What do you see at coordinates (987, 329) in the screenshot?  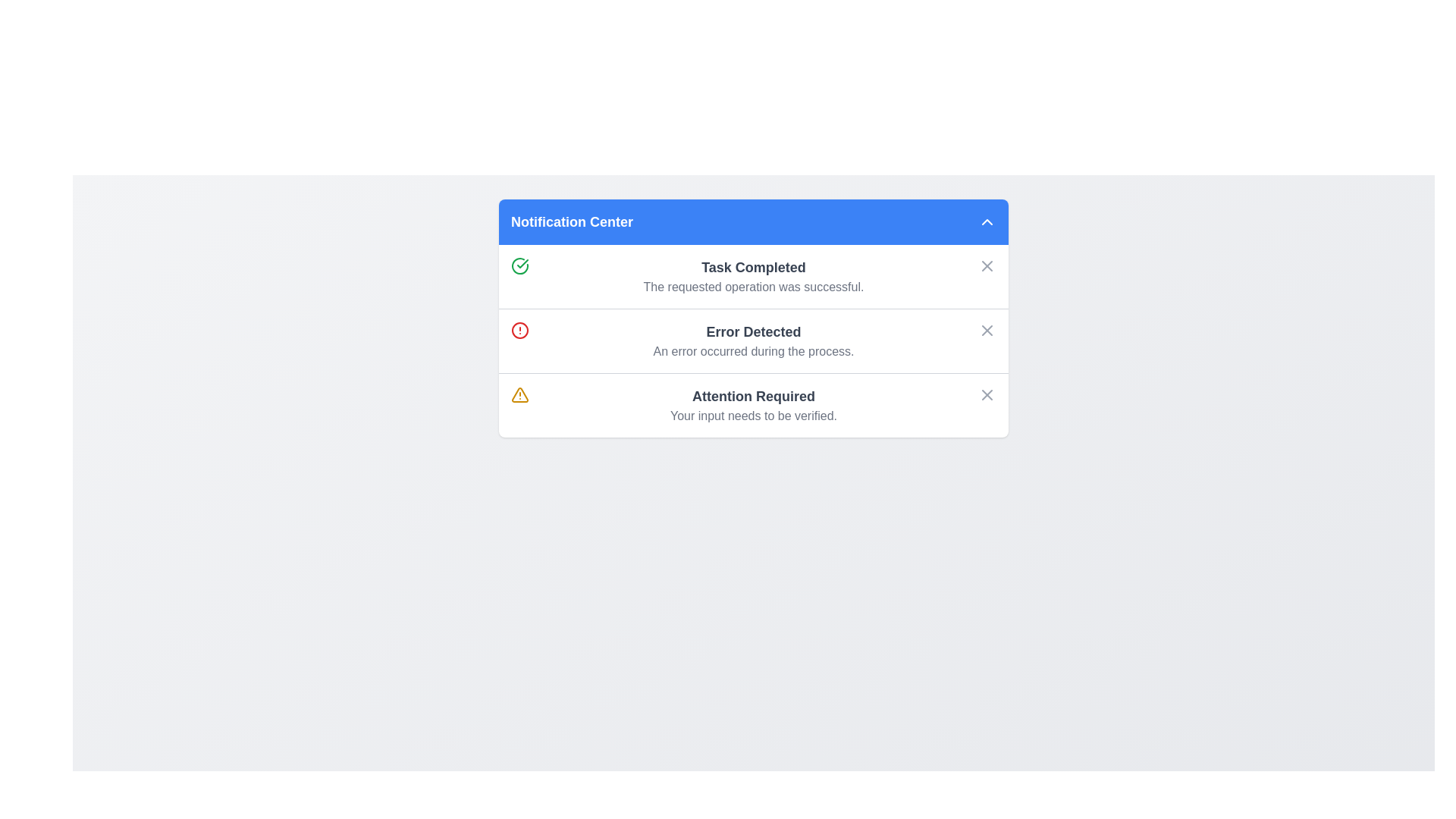 I see `the close button icon in the second row of the 'Error Detected' notifications` at bounding box center [987, 329].